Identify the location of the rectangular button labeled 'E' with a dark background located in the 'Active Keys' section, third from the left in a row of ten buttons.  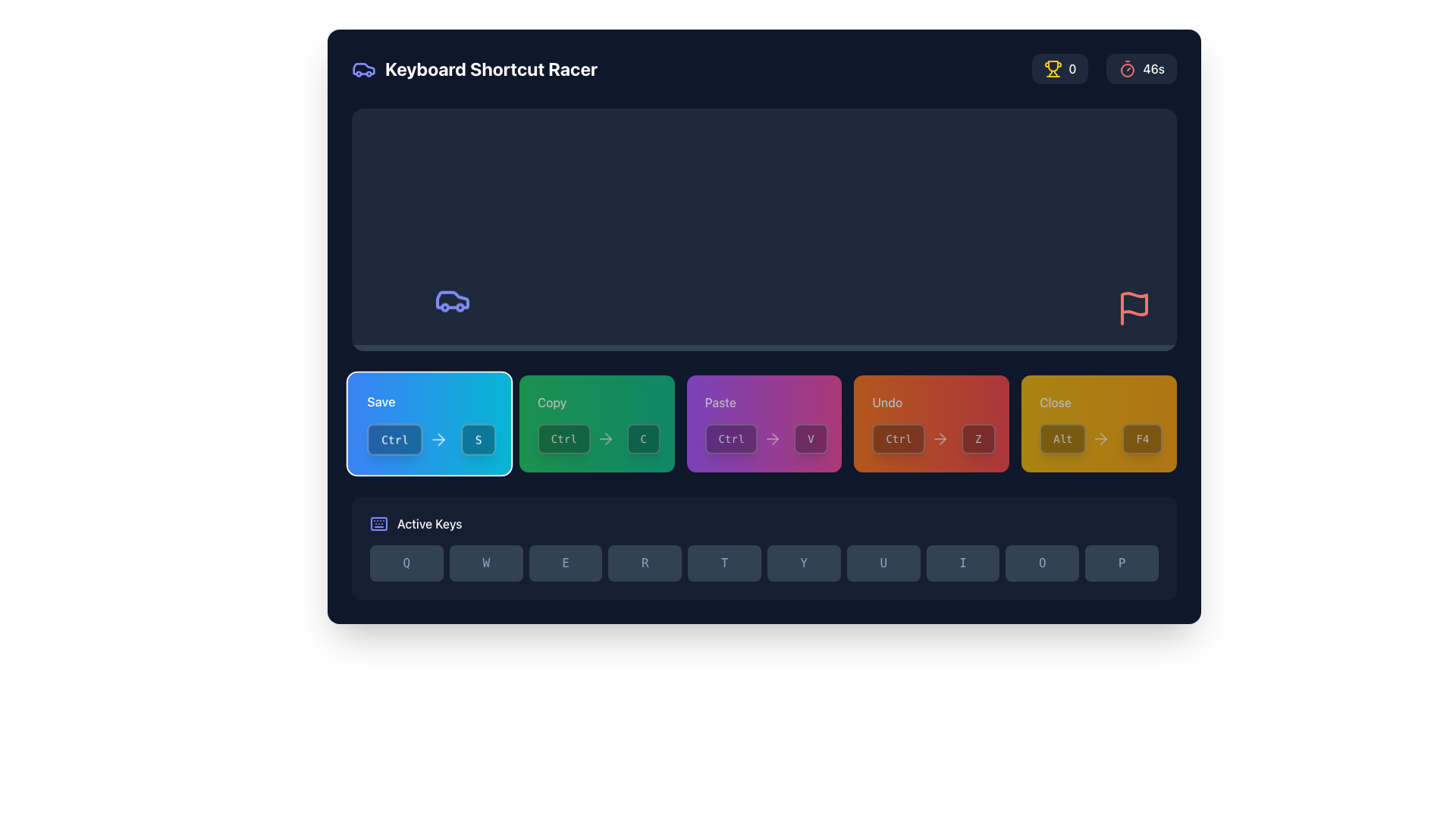
(564, 563).